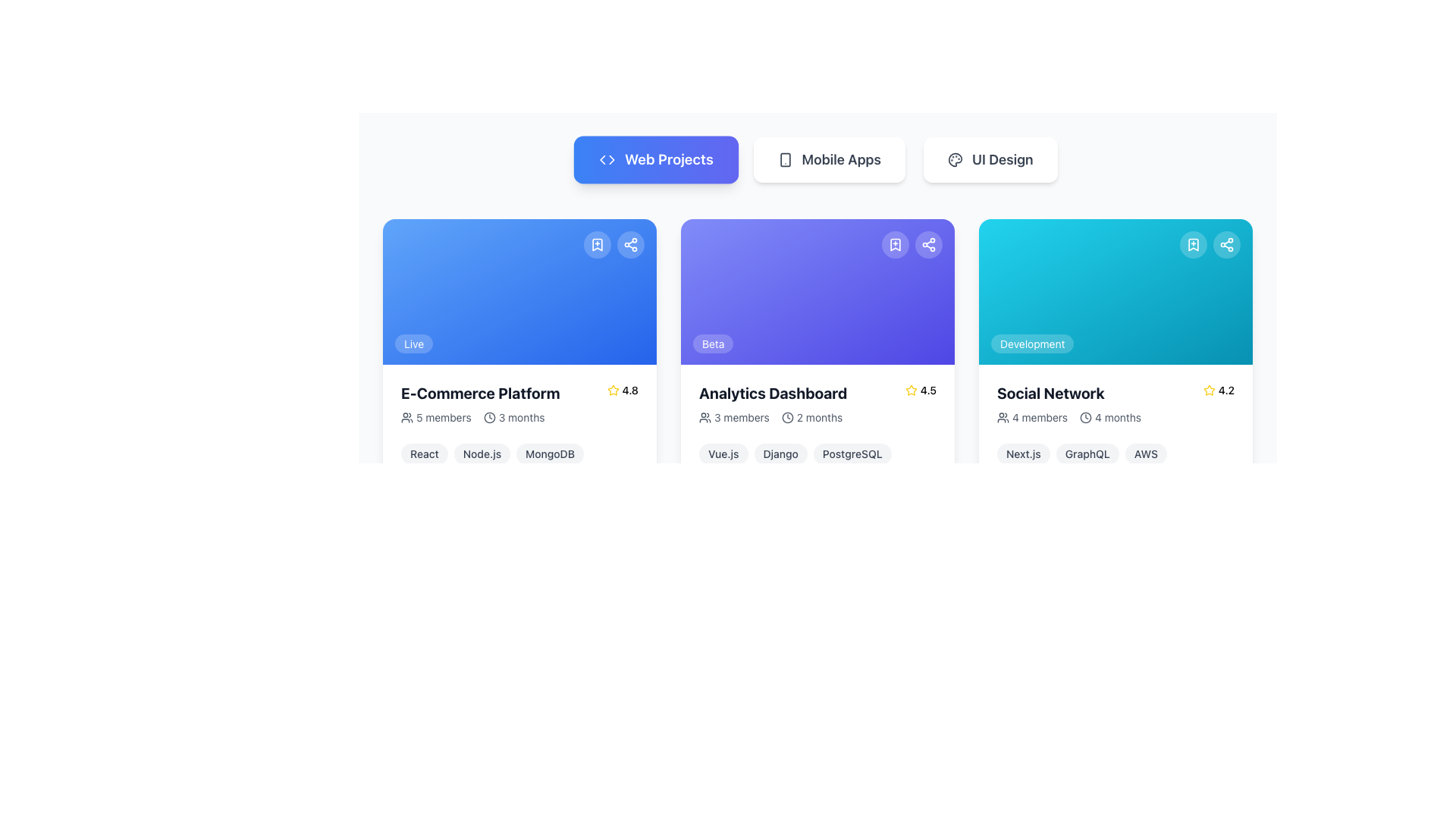 The image size is (1456, 819). What do you see at coordinates (607, 160) in the screenshot?
I see `SVG Icon resembling a code symbol, which is located on the left side of the 'Web Projects' button in the navigation bar` at bounding box center [607, 160].